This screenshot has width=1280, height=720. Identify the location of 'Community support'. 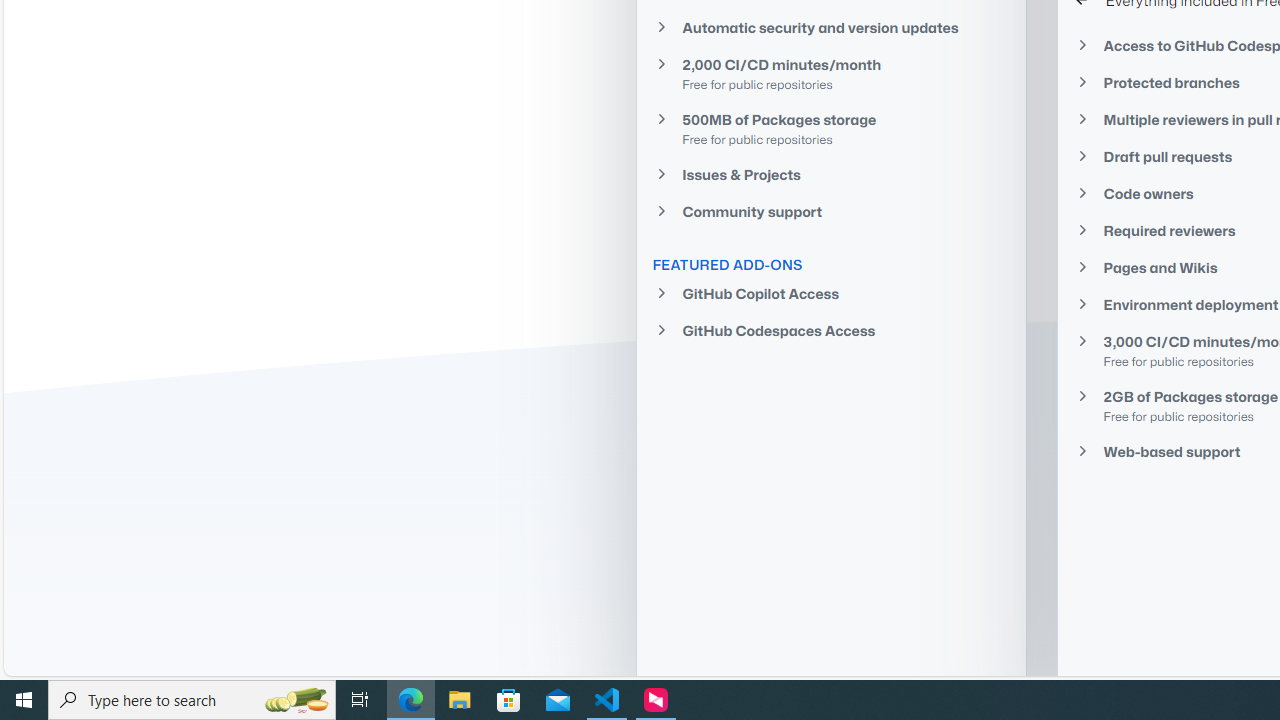
(830, 212).